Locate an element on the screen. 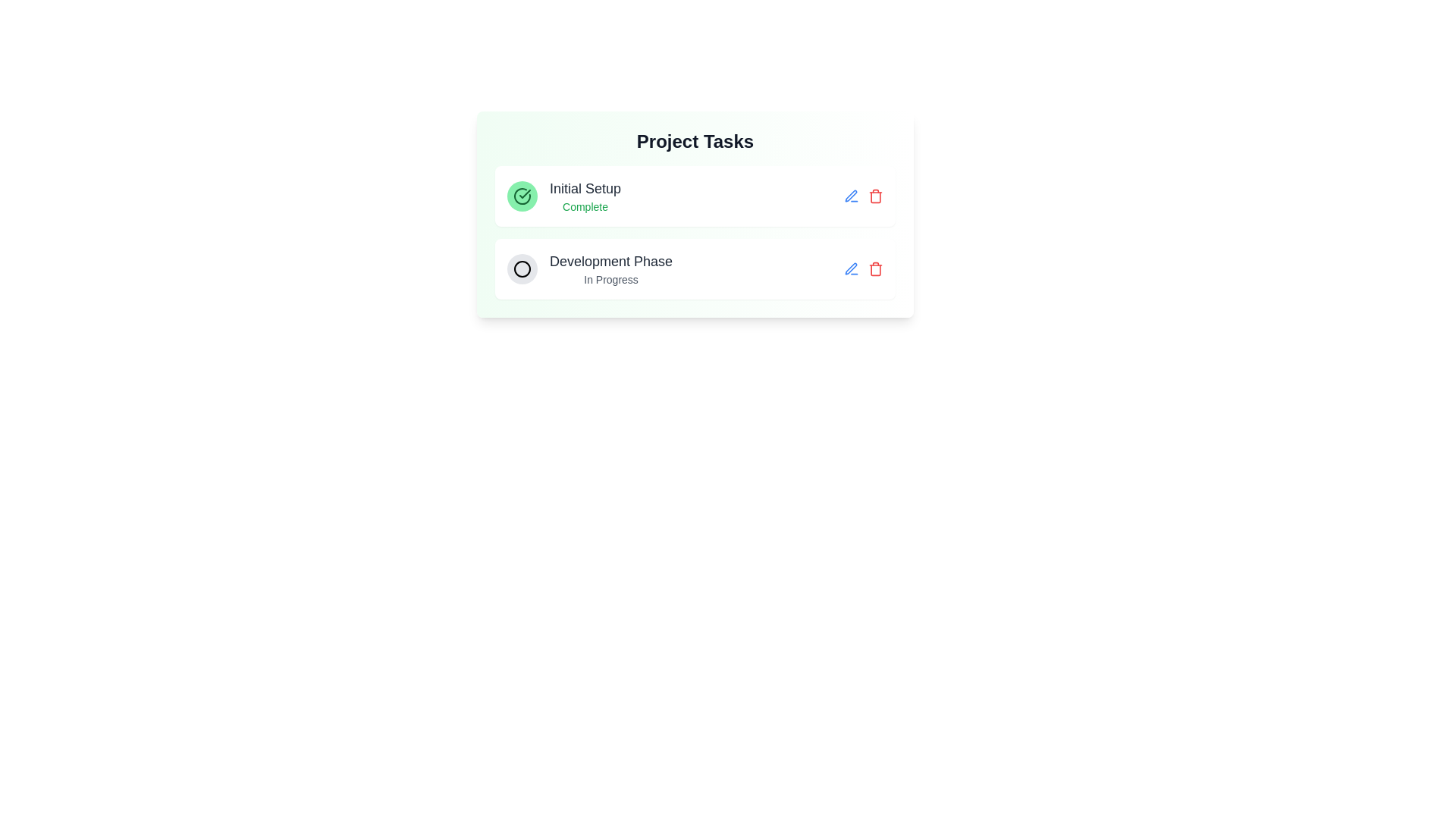 The height and width of the screenshot is (819, 1456). text information from the 'Development Phase' task status indicator, which currently shows 'In Progress'. This element is the second item under 'Project Tasks' and is located below the 'Initial Setup' item is located at coordinates (588, 268).